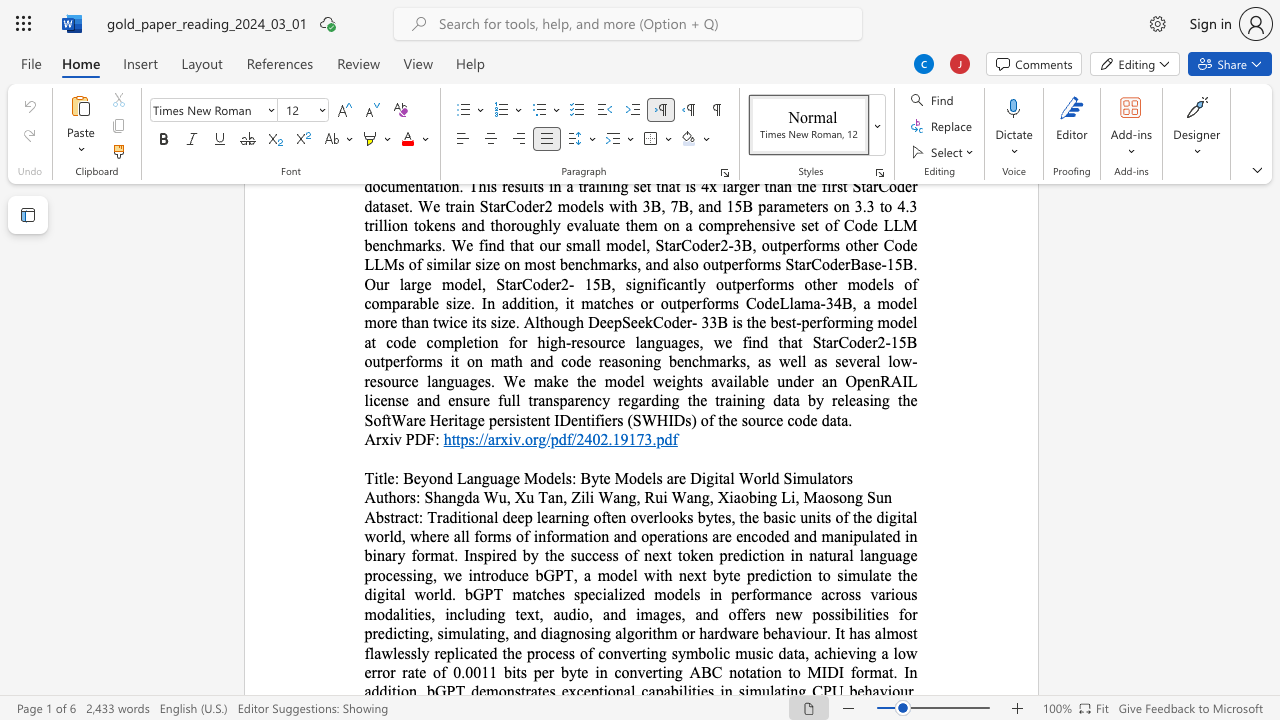 The width and height of the screenshot is (1280, 720). Describe the element at coordinates (781, 633) in the screenshot. I see `the 10th character "h" in the text` at that location.